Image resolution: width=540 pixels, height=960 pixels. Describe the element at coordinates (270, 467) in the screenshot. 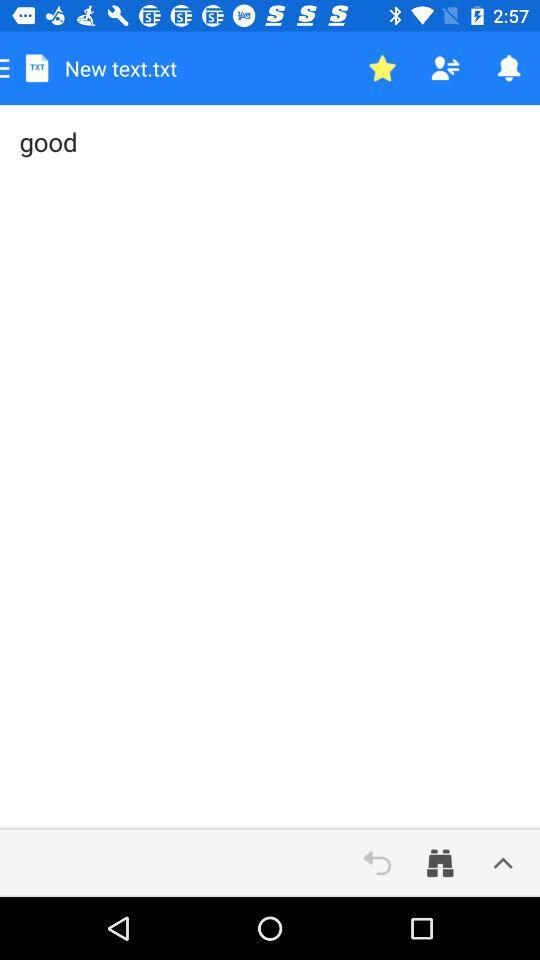

I see `the good icon` at that location.